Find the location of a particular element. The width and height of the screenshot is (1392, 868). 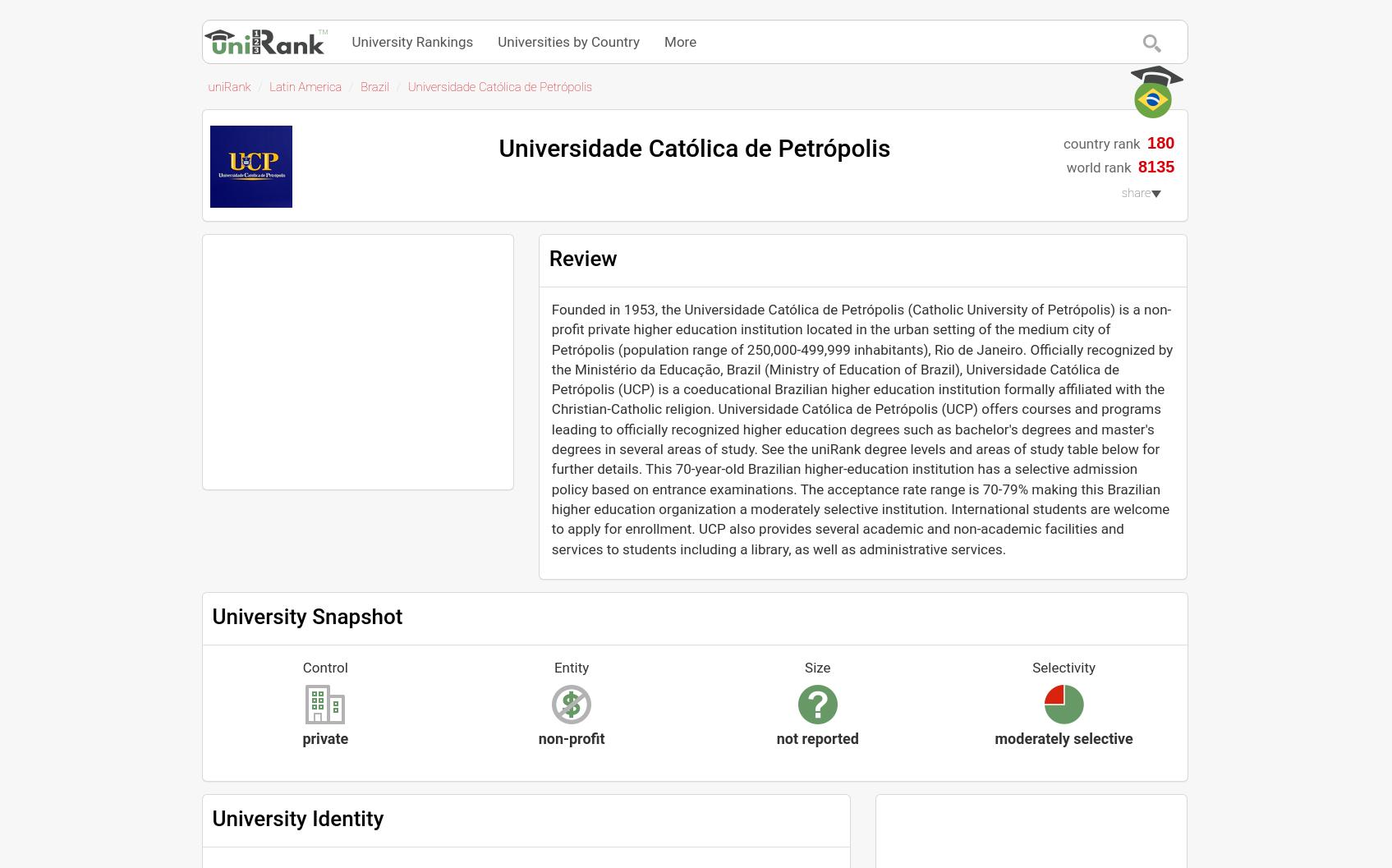

'Size' is located at coordinates (804, 666).